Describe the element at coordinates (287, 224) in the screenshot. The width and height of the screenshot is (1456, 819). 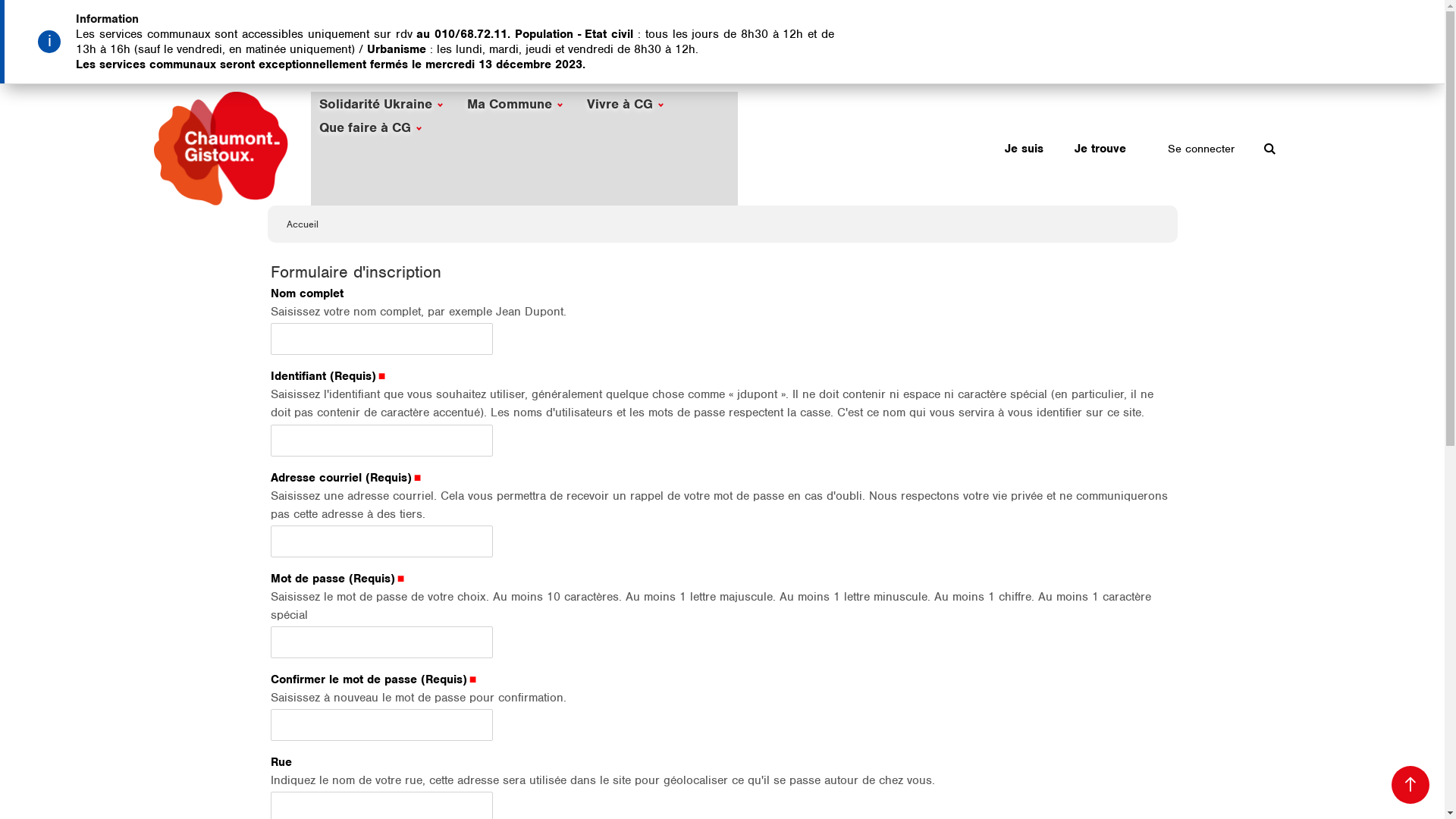
I see `'Accueil'` at that location.